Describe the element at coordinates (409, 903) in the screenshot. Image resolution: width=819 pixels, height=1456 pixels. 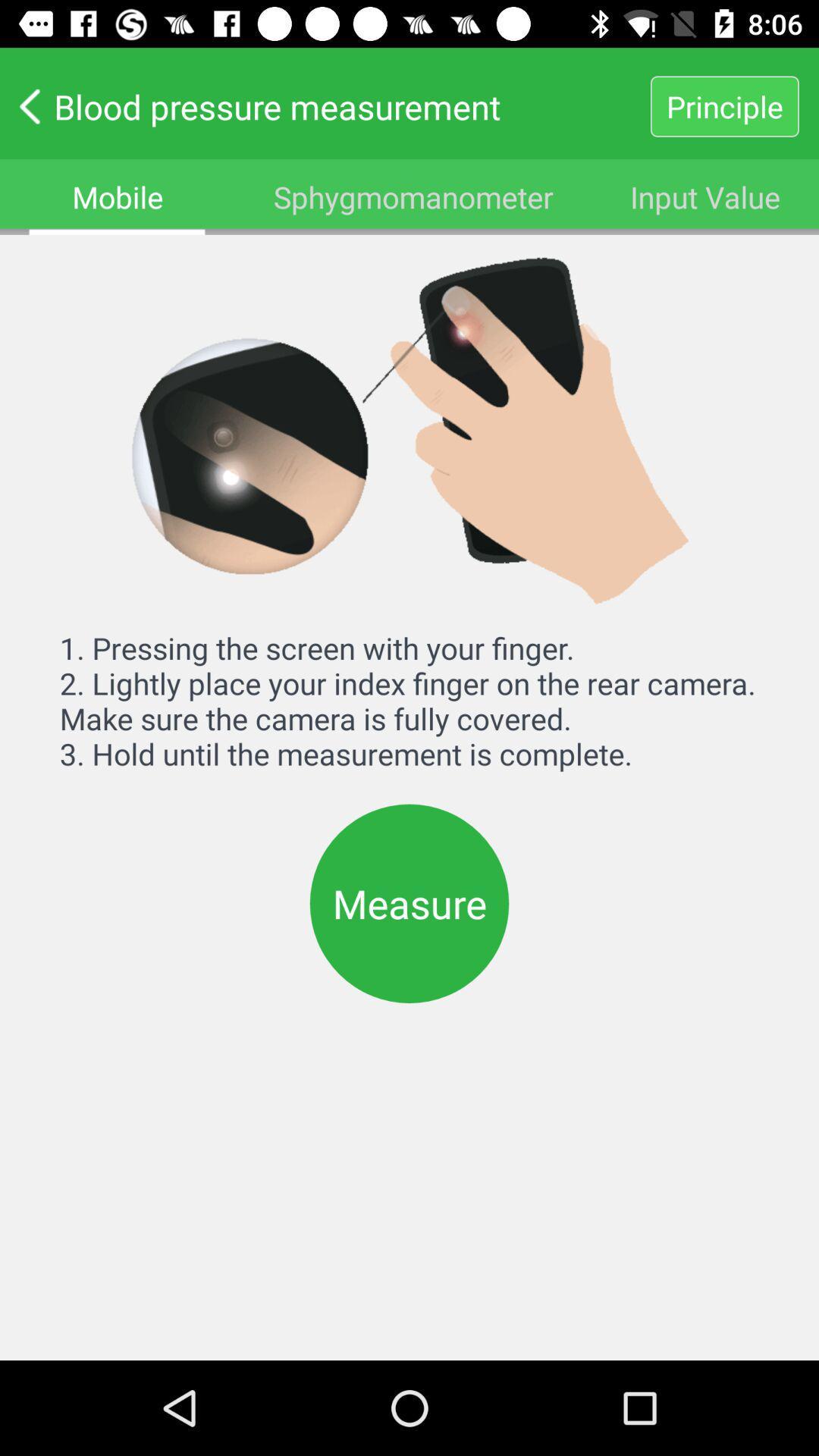
I see `icon below the 1 pressing the item` at that location.